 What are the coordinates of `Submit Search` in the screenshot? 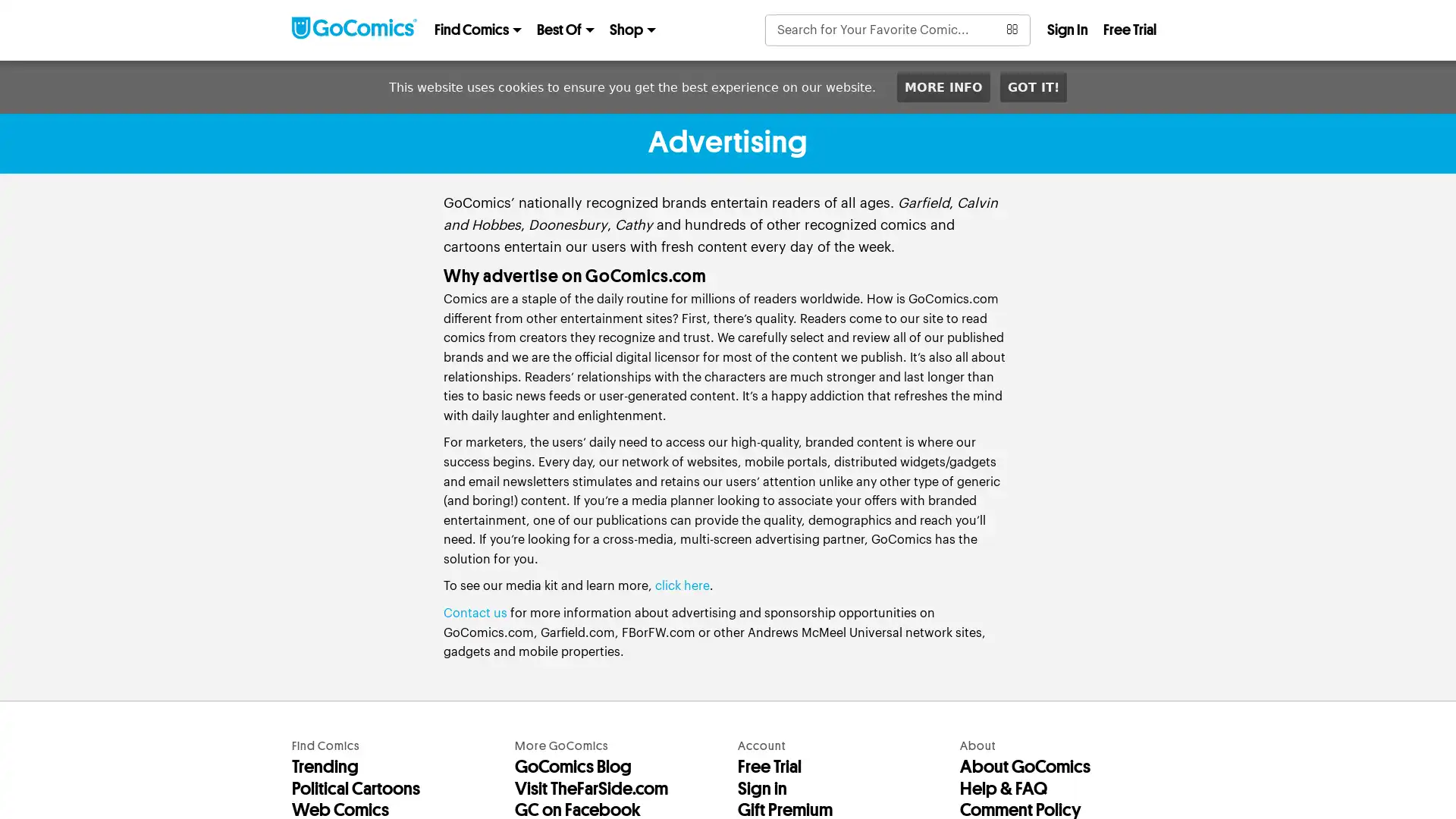 It's located at (1012, 30).